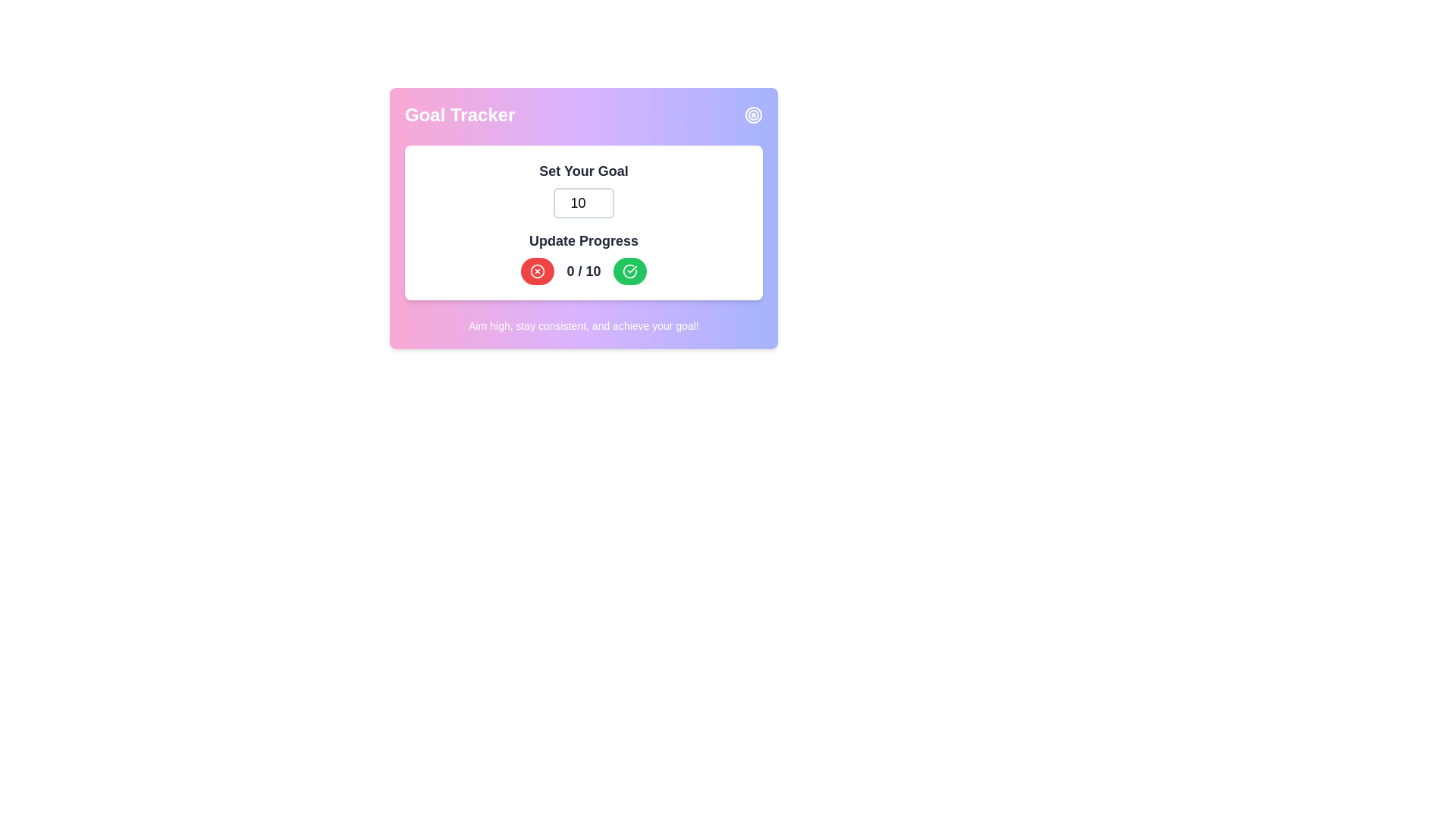  What do you see at coordinates (538, 271) in the screenshot?
I see `the circular red icon with a white 'X' symbol, which is part of the goal tracker interface and located in the central area of the goal tracking panel` at bounding box center [538, 271].